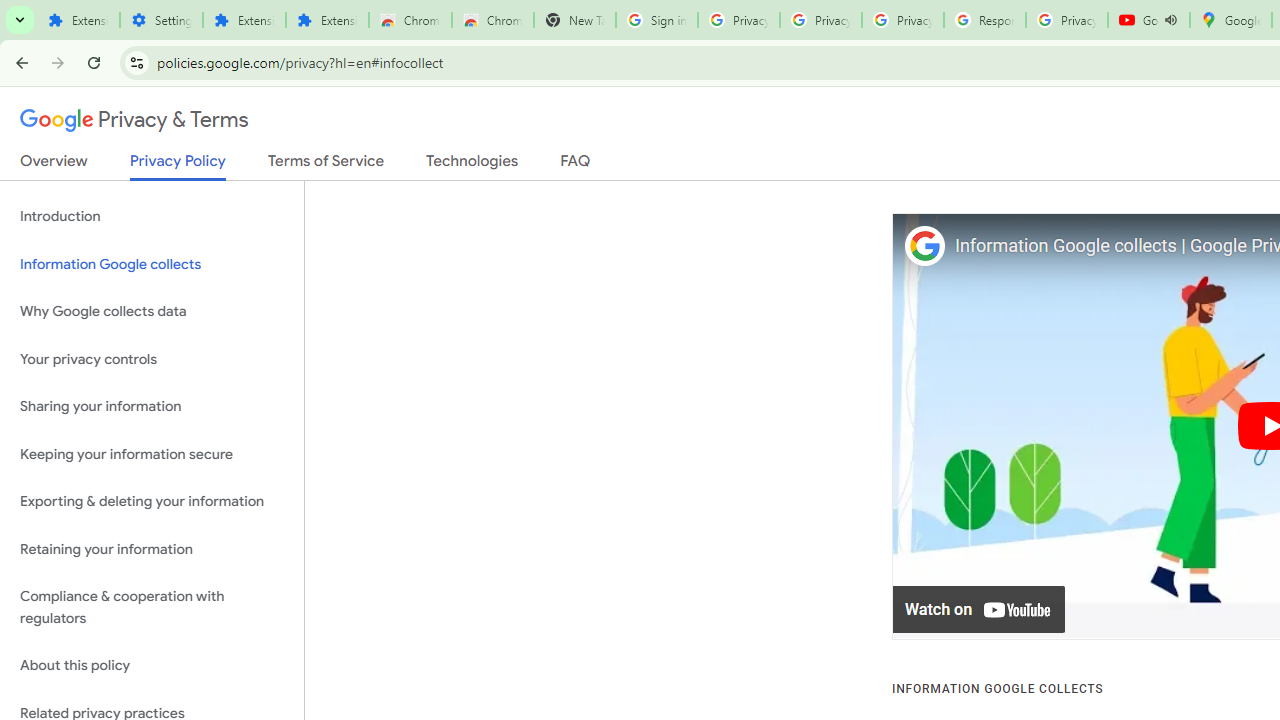 This screenshot has width=1280, height=720. What do you see at coordinates (151, 549) in the screenshot?
I see `'Retaining your information'` at bounding box center [151, 549].